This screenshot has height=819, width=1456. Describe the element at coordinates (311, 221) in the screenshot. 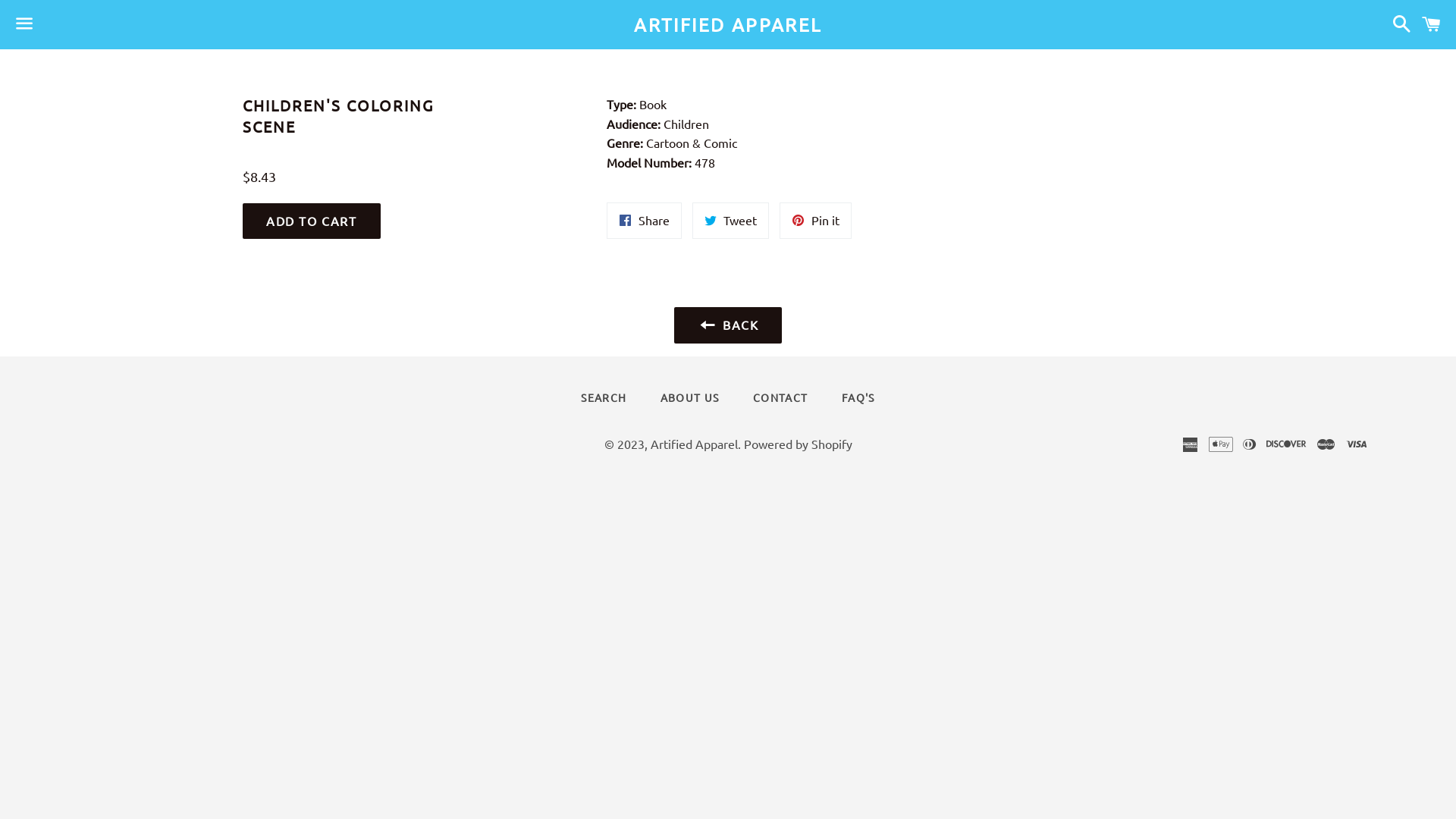

I see `'ADD TO CART'` at that location.